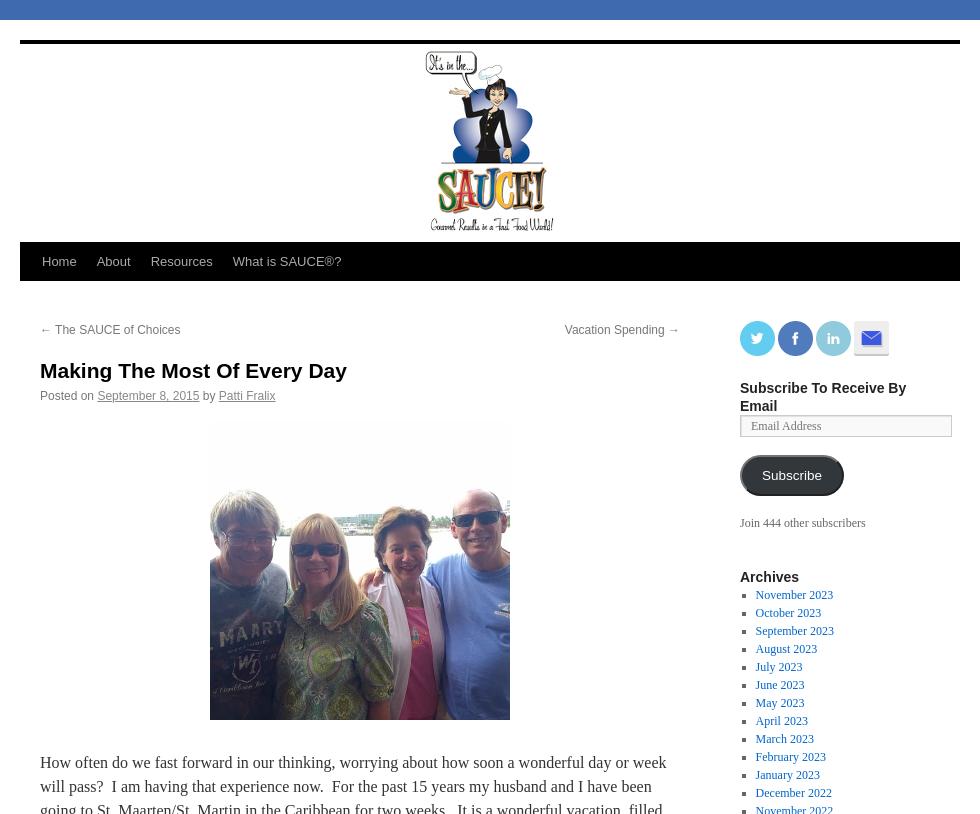 The width and height of the screenshot is (980, 814). I want to click on 'Posted on', so click(67, 396).